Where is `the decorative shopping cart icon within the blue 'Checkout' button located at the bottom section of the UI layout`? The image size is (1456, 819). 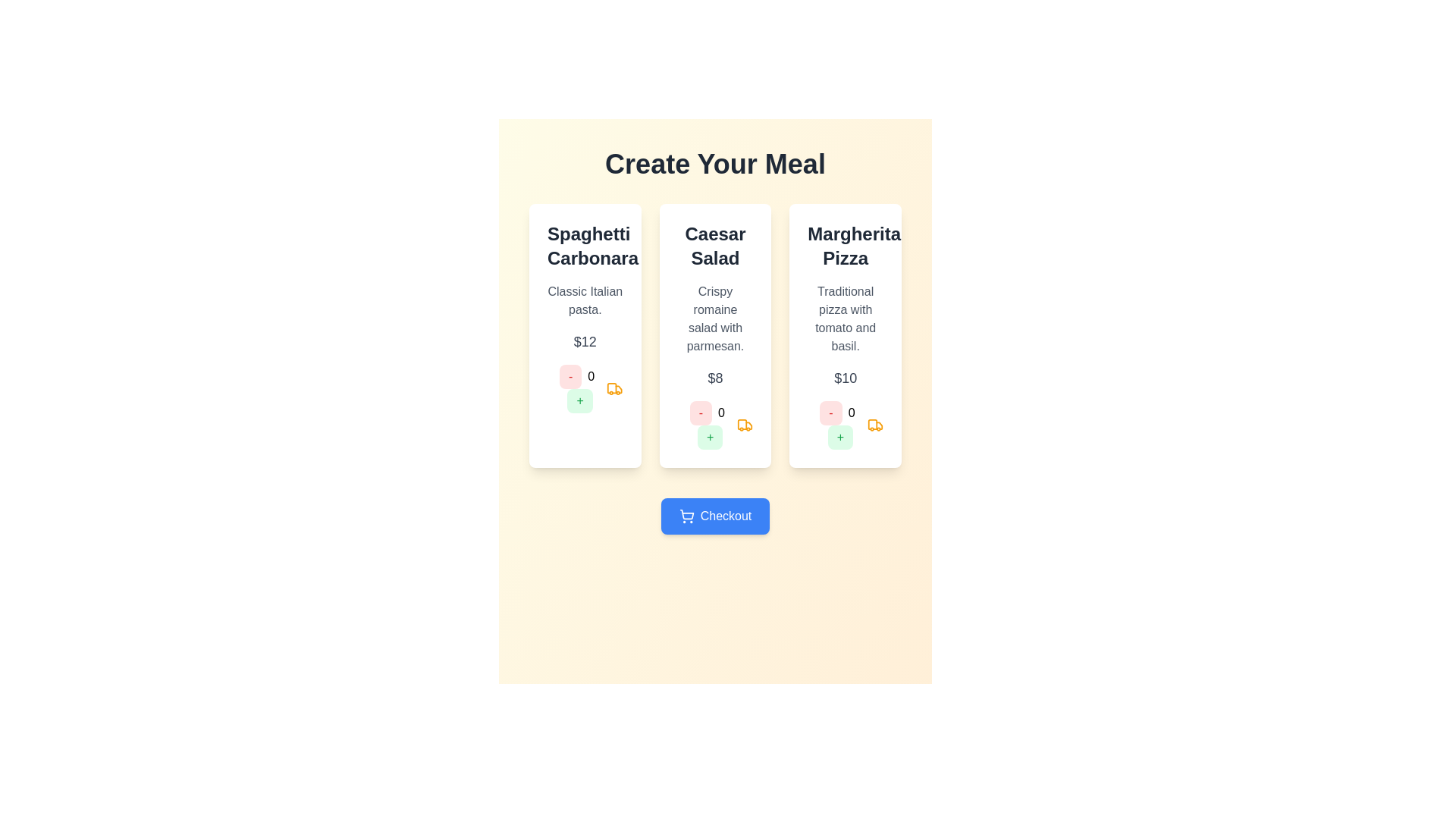 the decorative shopping cart icon within the blue 'Checkout' button located at the bottom section of the UI layout is located at coordinates (686, 513).